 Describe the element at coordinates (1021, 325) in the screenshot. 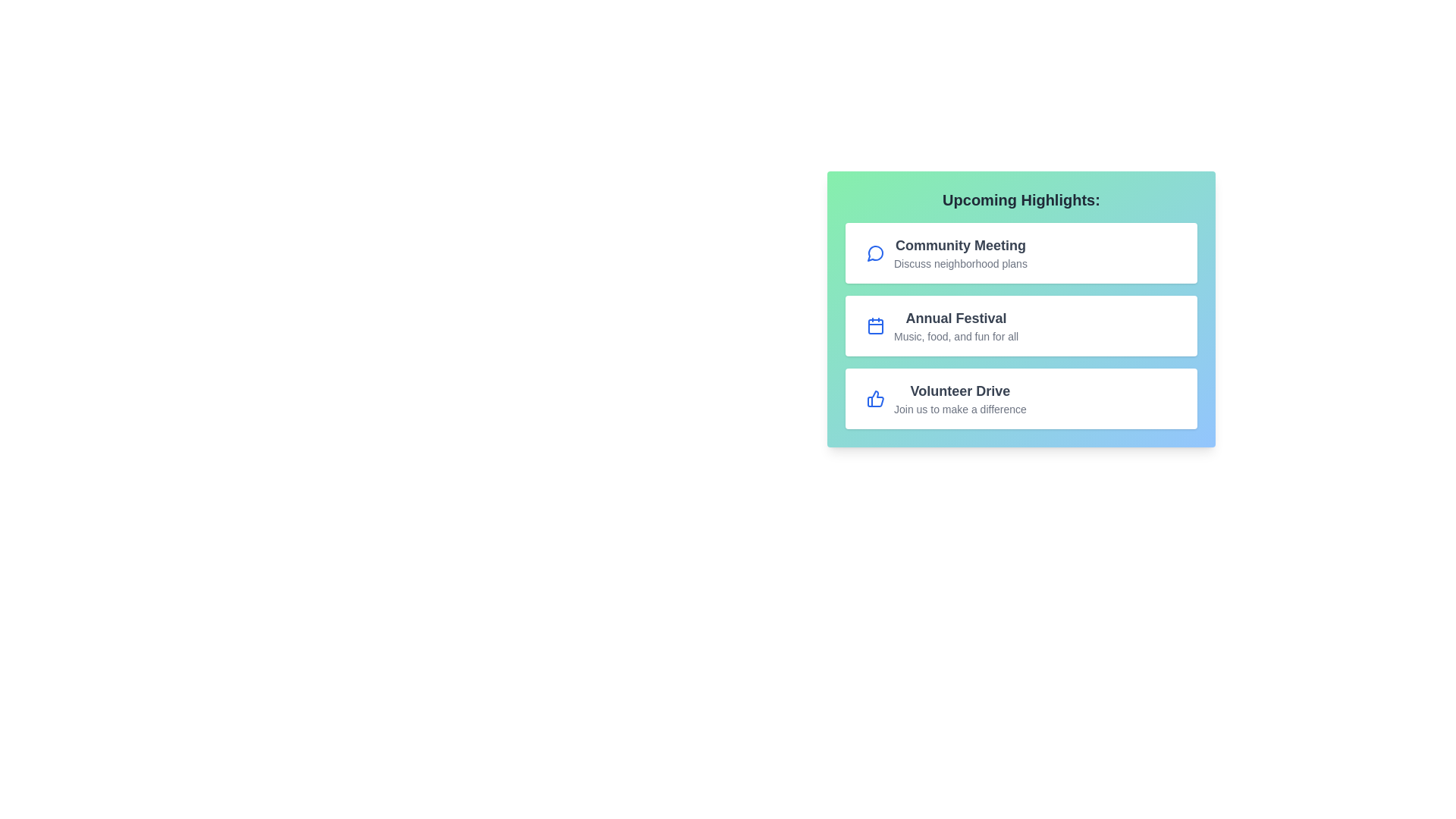

I see `the event item Annual Festival to observe its hover effect` at that location.